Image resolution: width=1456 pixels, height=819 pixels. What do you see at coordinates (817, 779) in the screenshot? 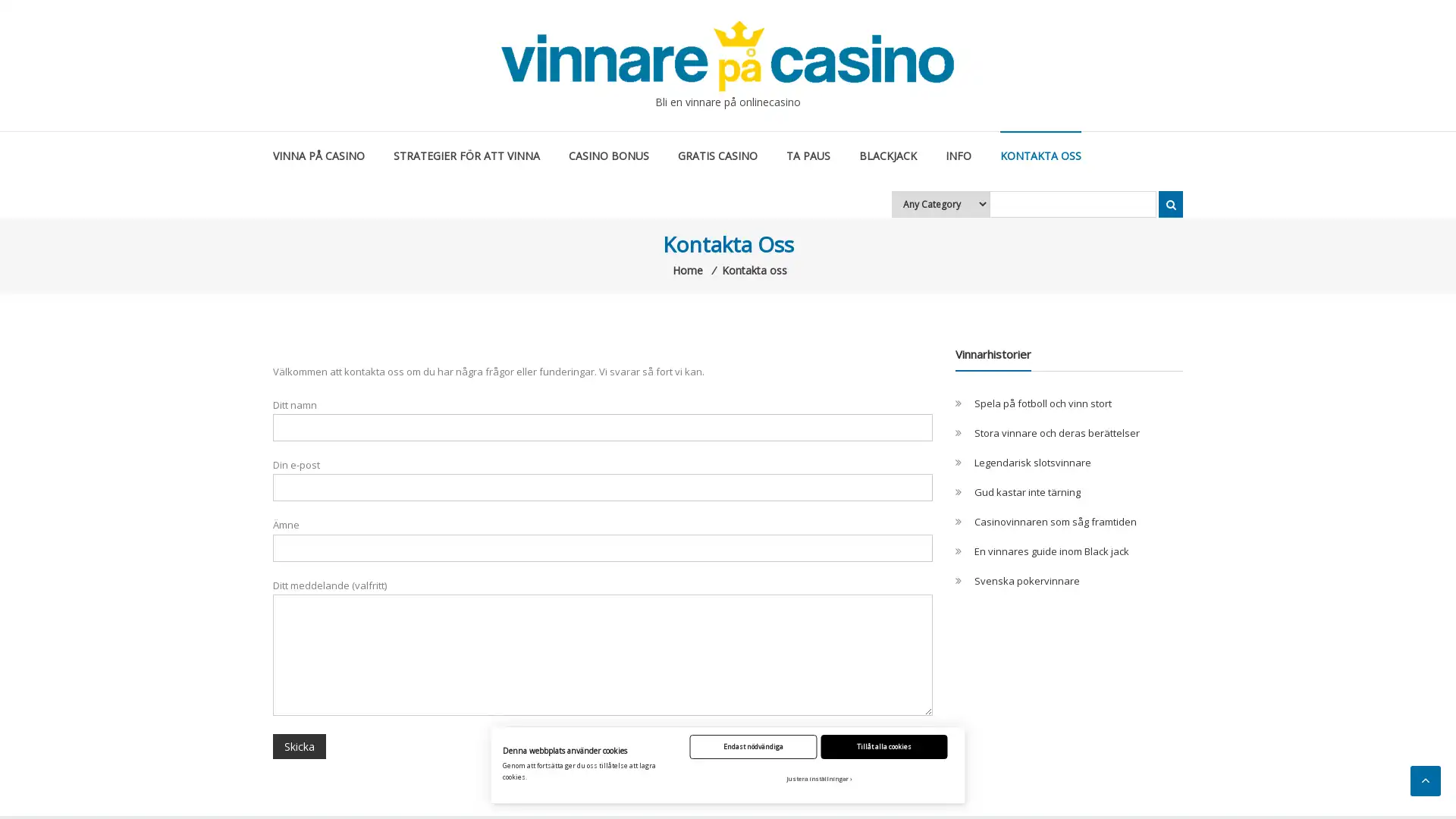
I see `Justera installningar` at bounding box center [817, 779].